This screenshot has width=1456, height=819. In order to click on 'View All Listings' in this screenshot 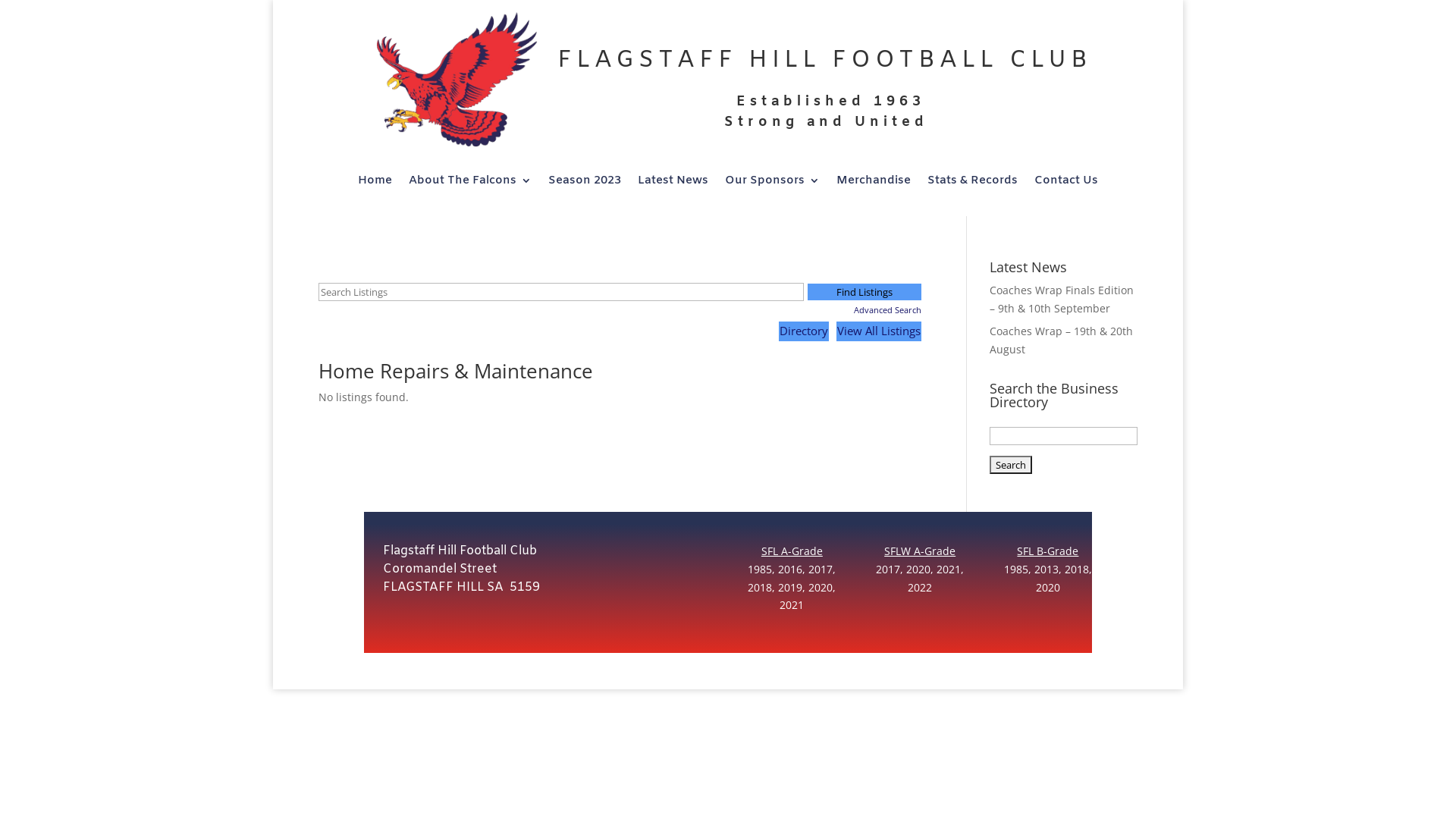, I will do `click(836, 330)`.